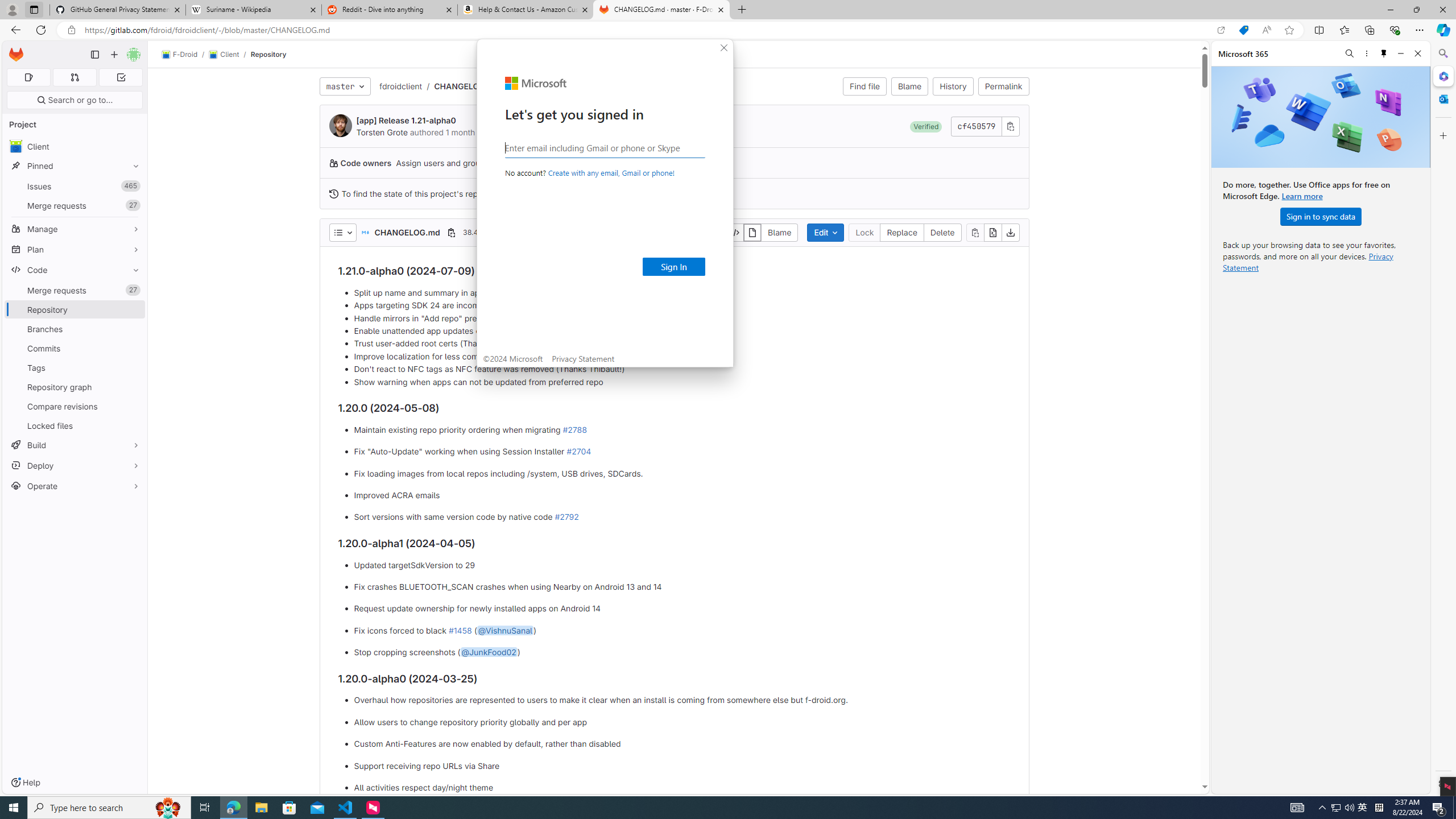 The height and width of the screenshot is (819, 1456). Describe the element at coordinates (28, 77) in the screenshot. I see `'Assigned issues 0'` at that location.